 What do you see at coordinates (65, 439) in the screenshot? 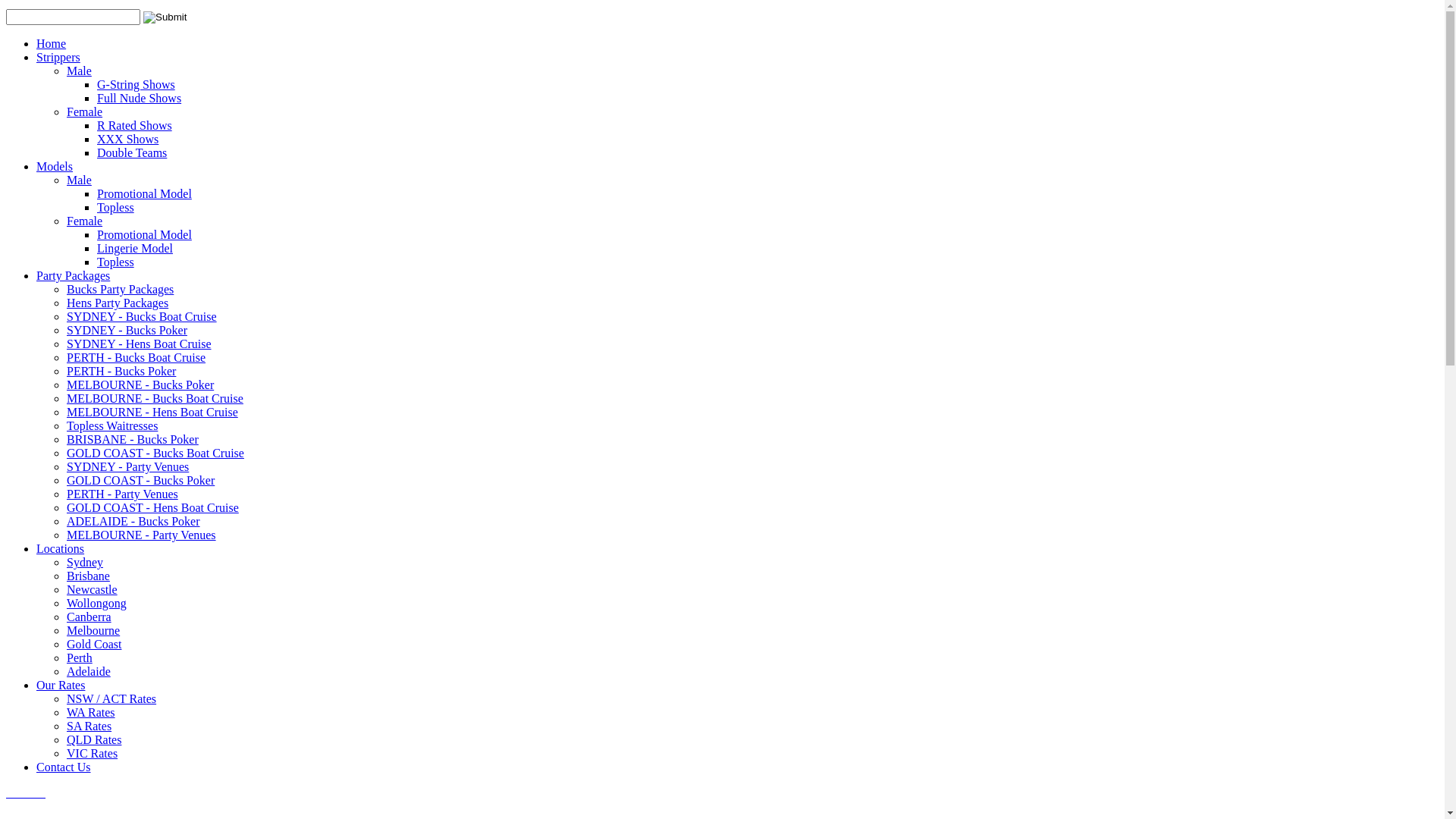
I see `'BRISBANE - Bucks Poker'` at bounding box center [65, 439].